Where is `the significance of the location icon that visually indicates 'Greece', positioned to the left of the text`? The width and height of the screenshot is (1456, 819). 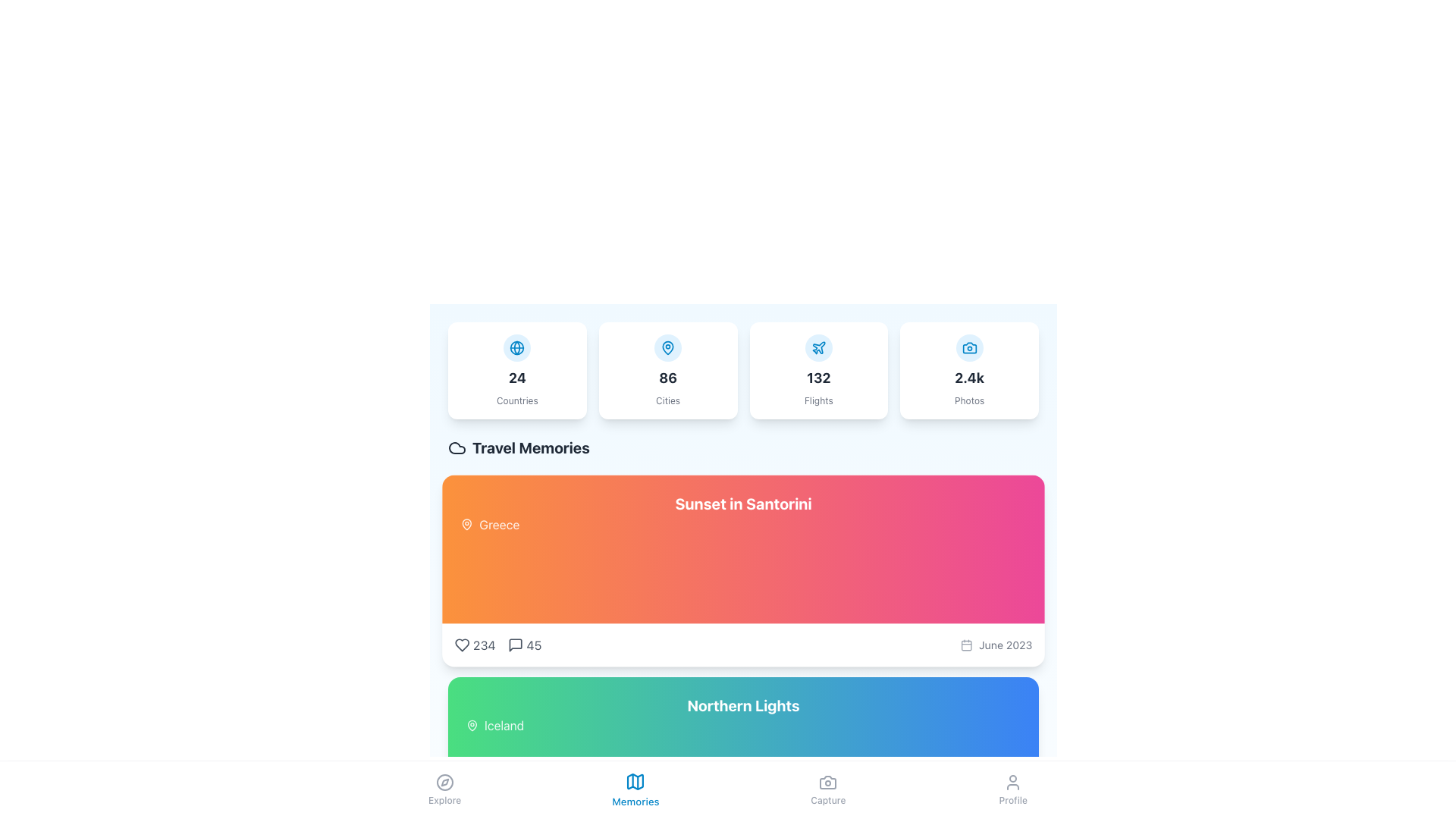 the significance of the location icon that visually indicates 'Greece', positioned to the left of the text is located at coordinates (466, 523).